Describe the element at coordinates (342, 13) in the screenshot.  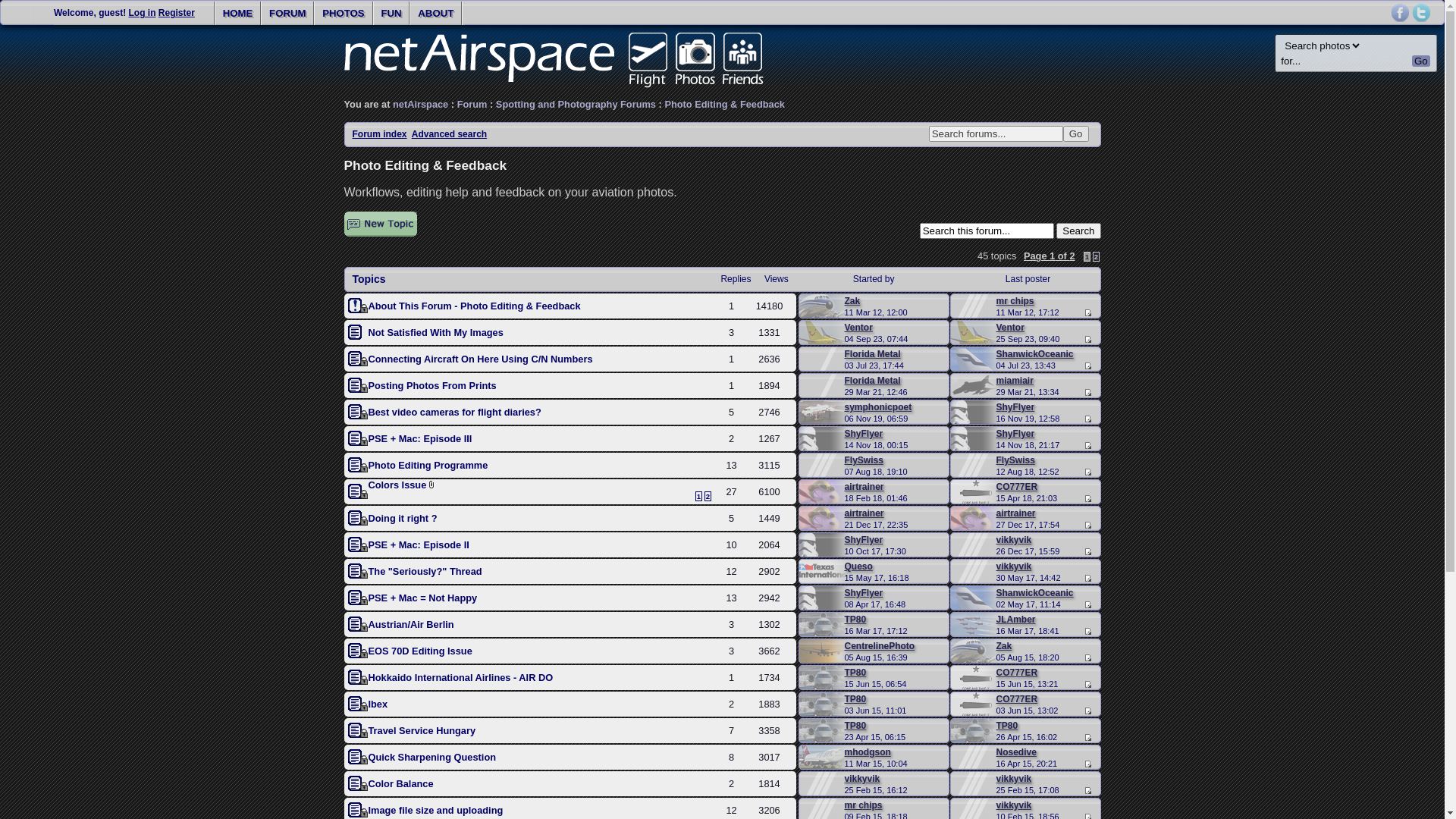
I see `'PHOTOS'` at that location.